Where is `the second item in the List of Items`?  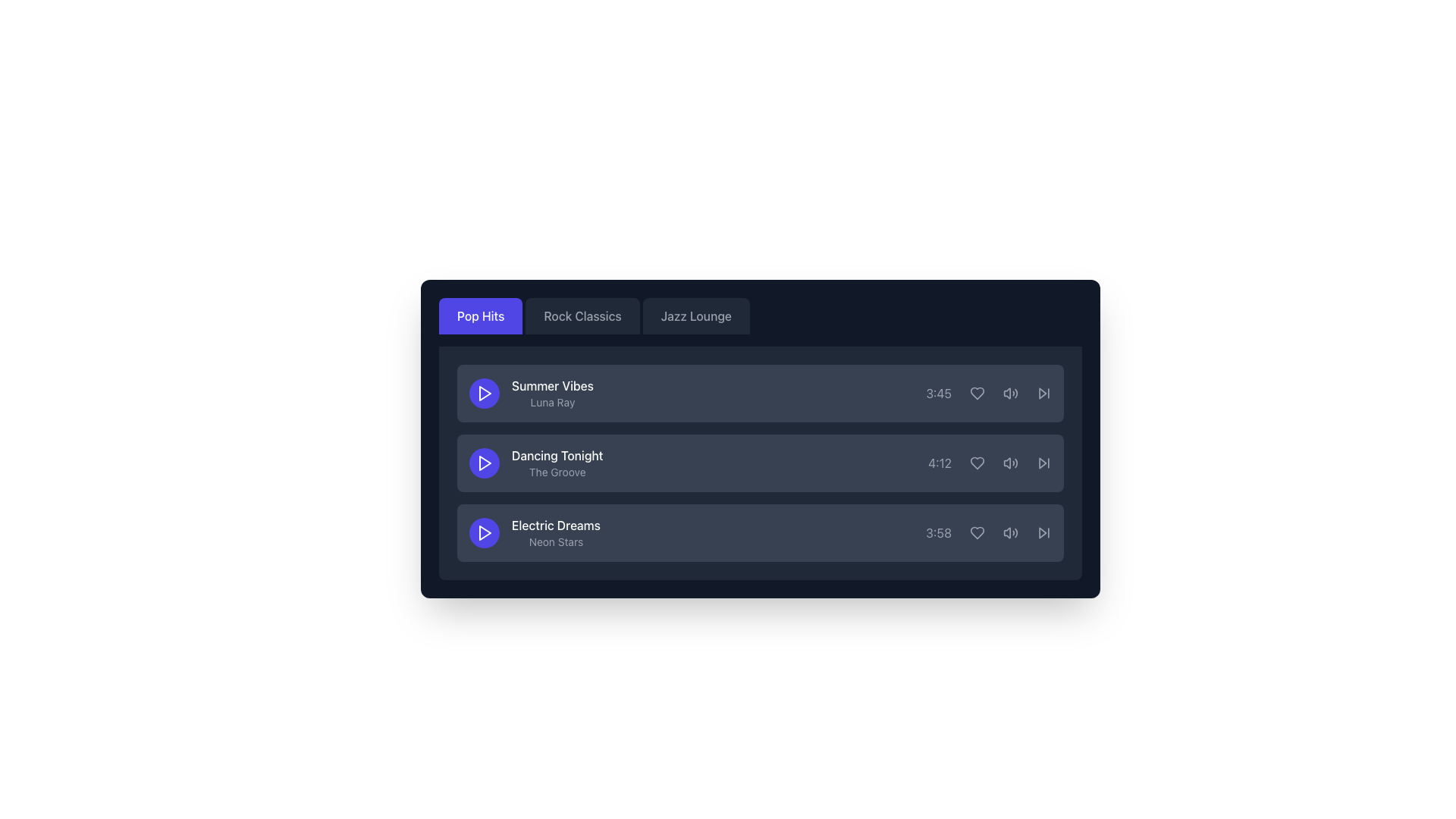
the second item in the List of Items is located at coordinates (761, 462).